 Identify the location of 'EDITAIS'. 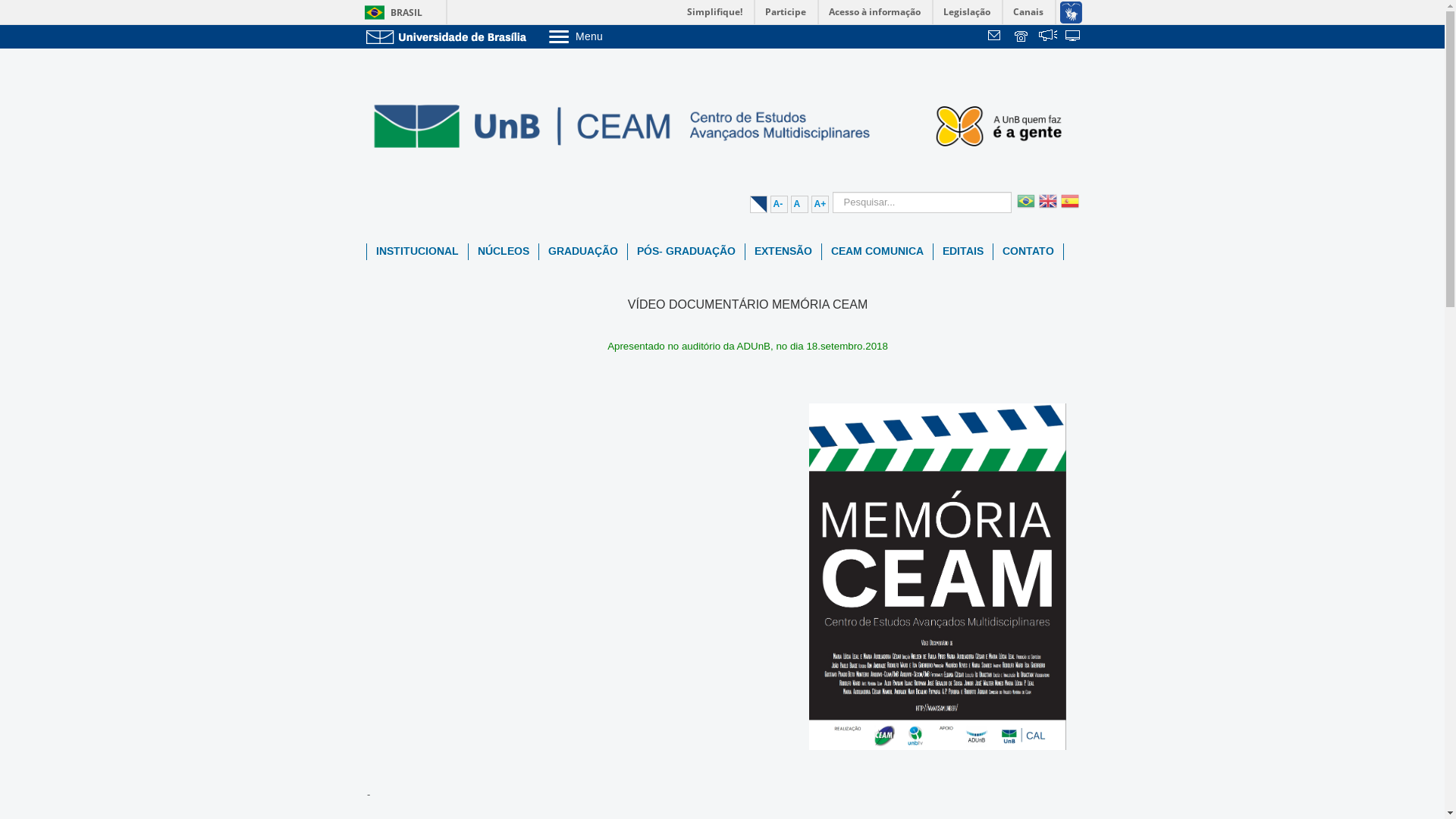
(931, 250).